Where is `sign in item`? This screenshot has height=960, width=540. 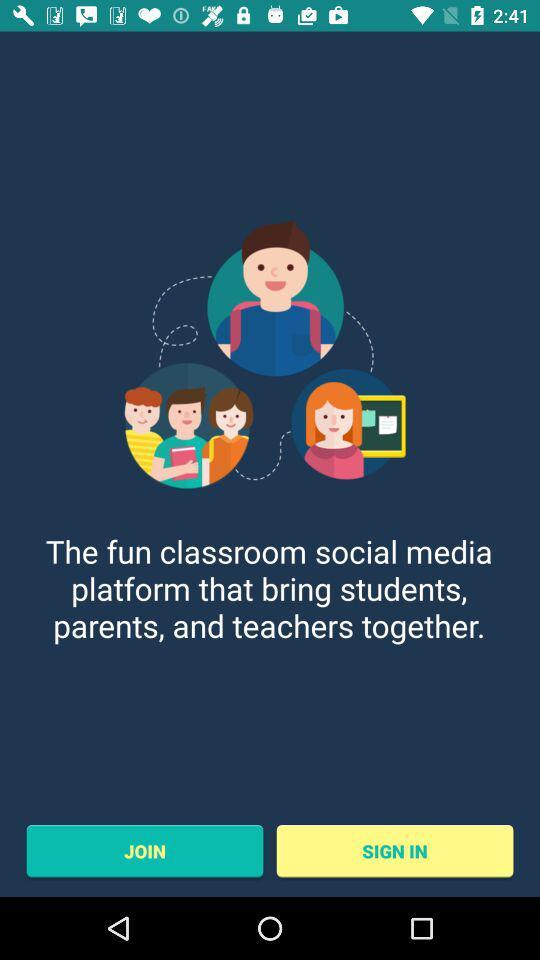
sign in item is located at coordinates (395, 850).